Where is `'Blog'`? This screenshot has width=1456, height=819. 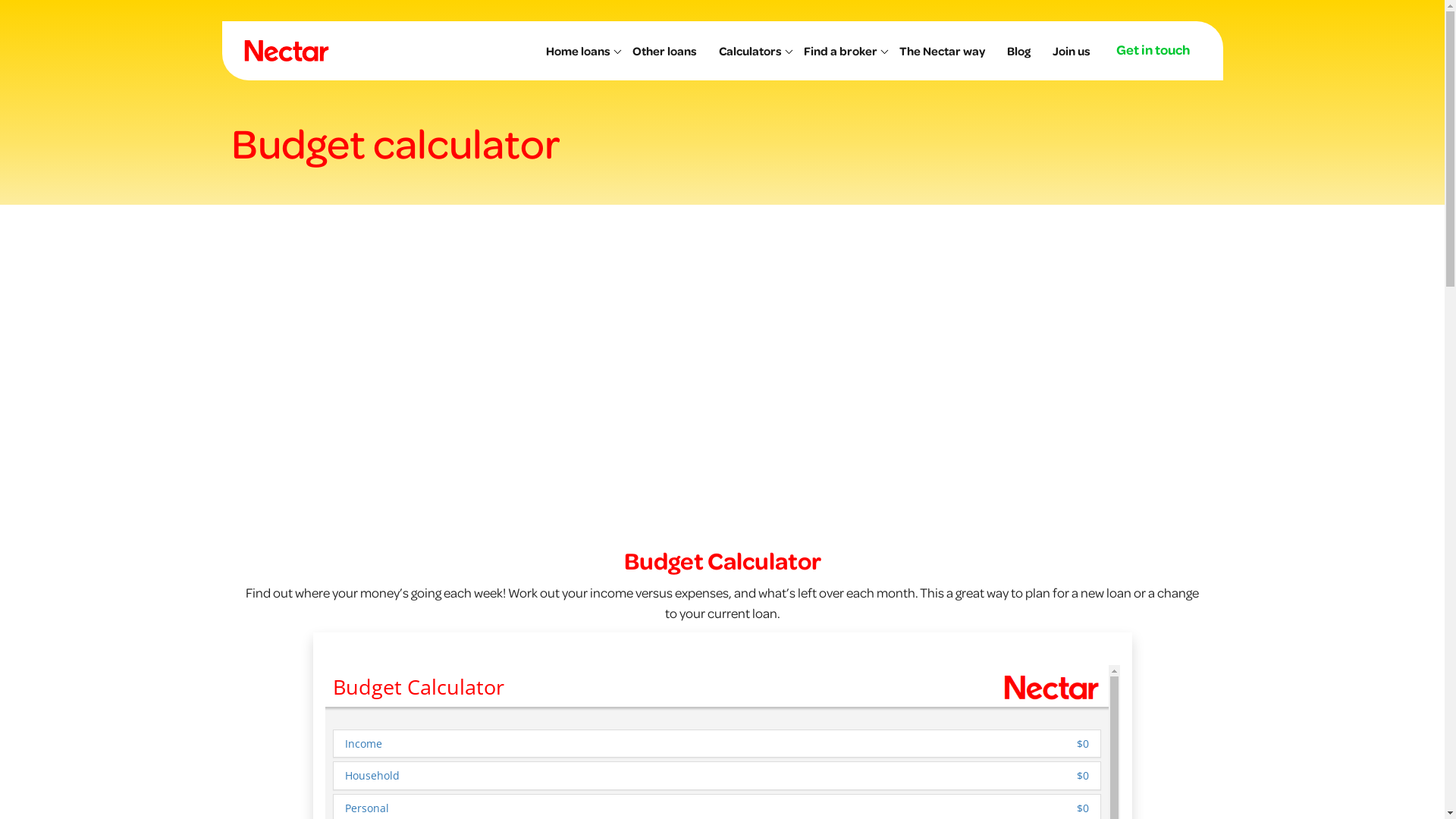
'Blog' is located at coordinates (1022, 49).